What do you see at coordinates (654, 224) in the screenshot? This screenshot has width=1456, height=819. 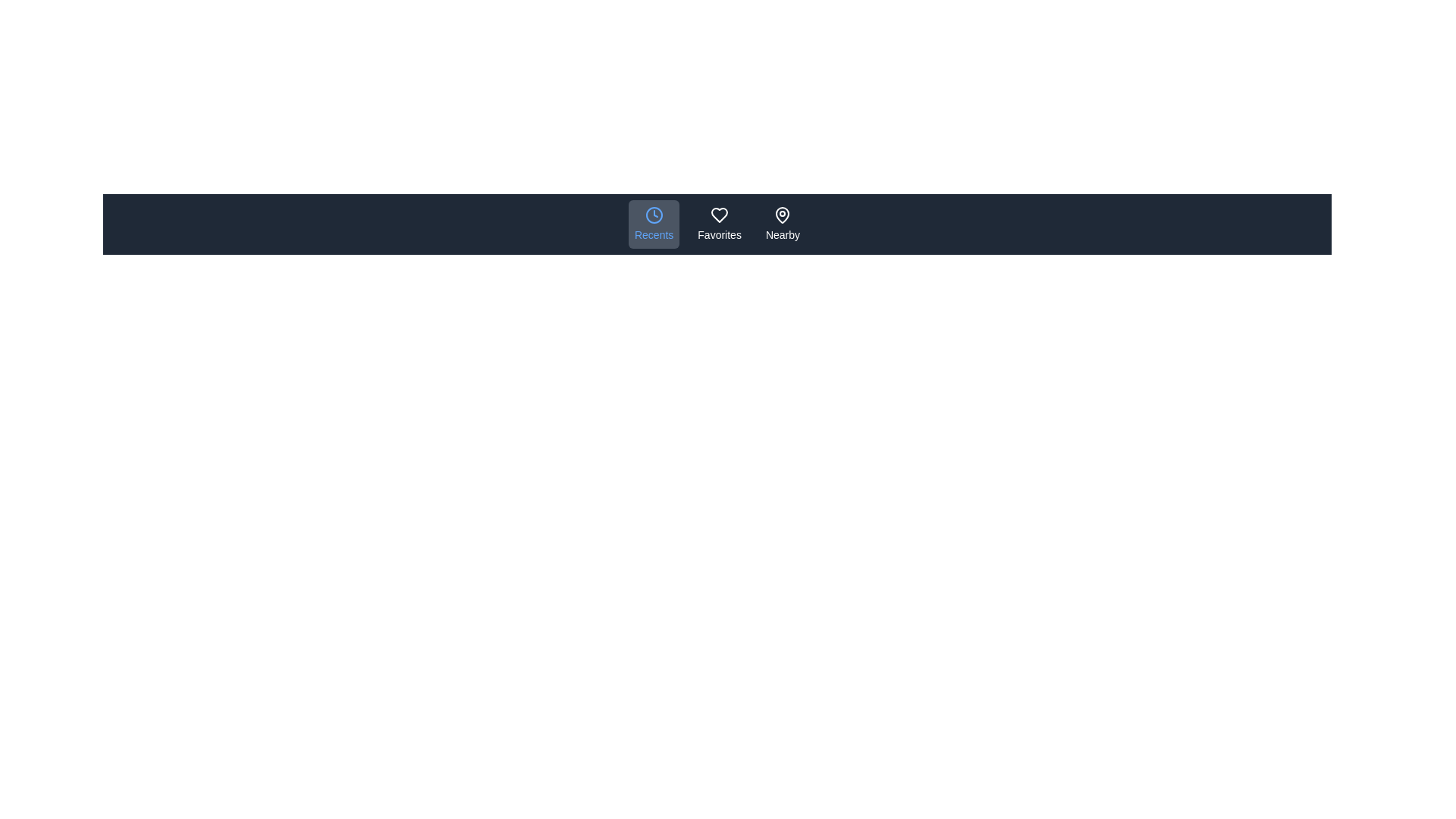 I see `the Recents icon in the navigation bar` at bounding box center [654, 224].